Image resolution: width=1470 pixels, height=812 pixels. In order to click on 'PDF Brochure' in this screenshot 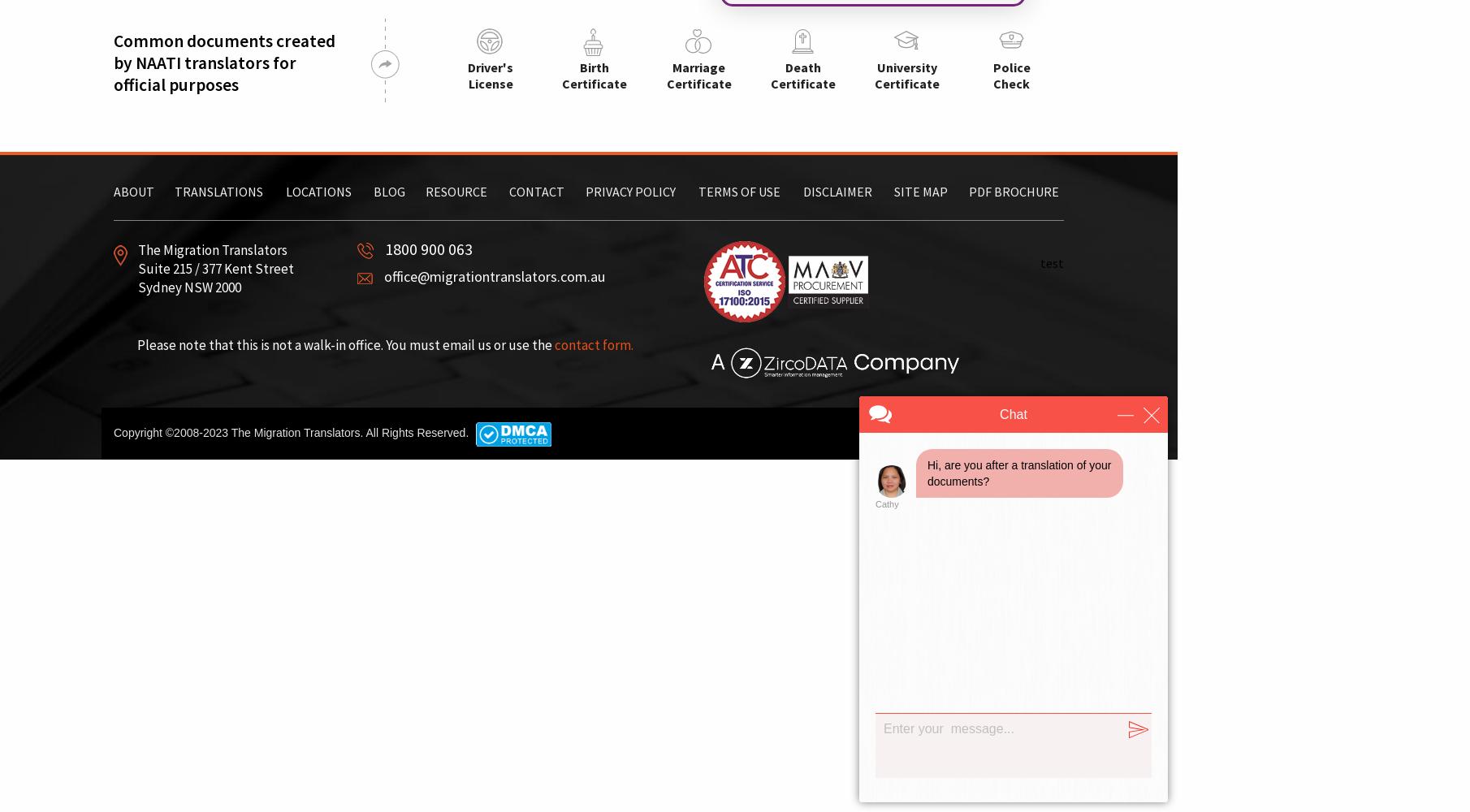, I will do `click(1013, 191)`.